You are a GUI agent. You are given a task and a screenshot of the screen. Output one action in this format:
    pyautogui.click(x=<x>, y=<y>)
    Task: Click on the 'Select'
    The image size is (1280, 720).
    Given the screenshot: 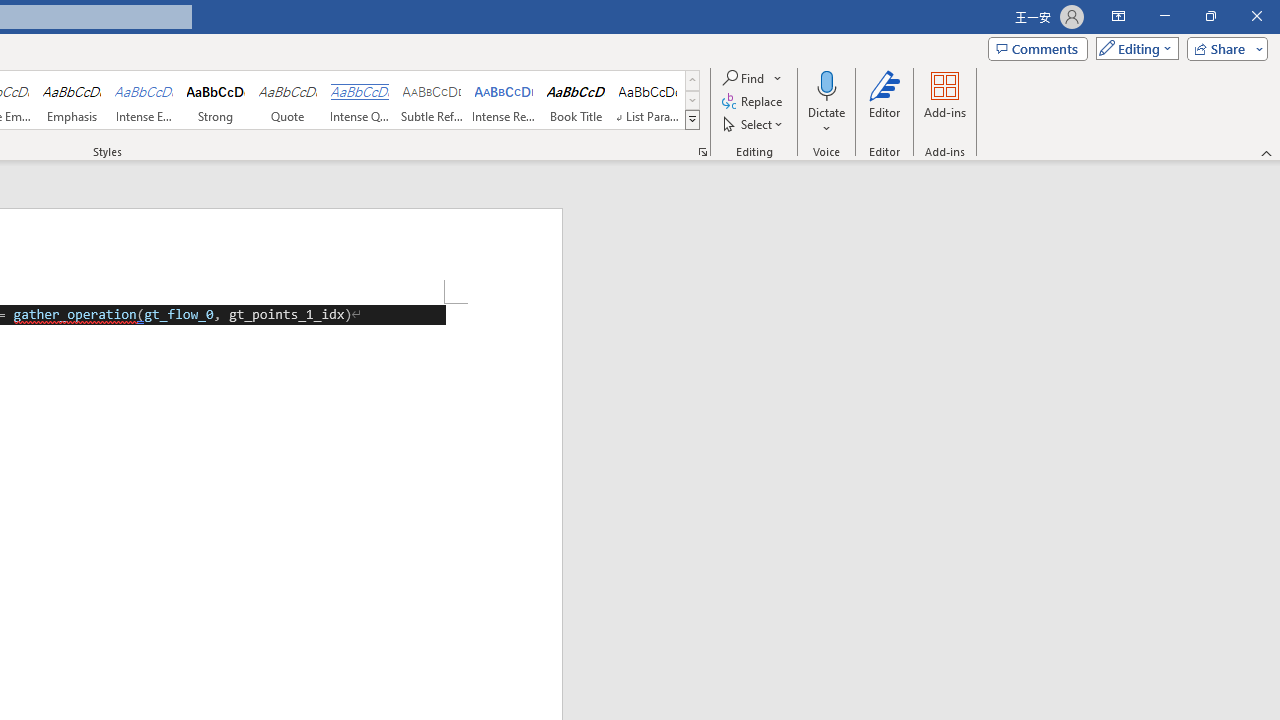 What is the action you would take?
    pyautogui.click(x=753, y=124)
    